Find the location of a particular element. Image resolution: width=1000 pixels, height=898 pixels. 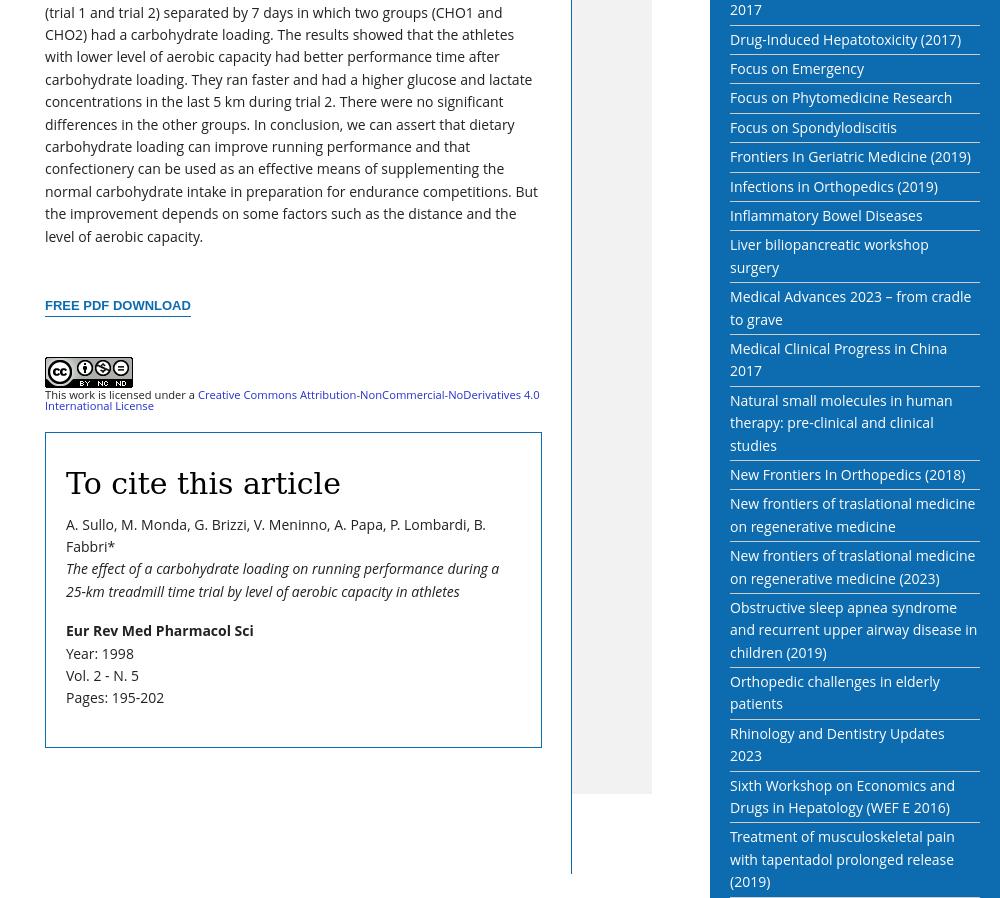

'Medical Clinical Progress in China 2017' is located at coordinates (729, 359).